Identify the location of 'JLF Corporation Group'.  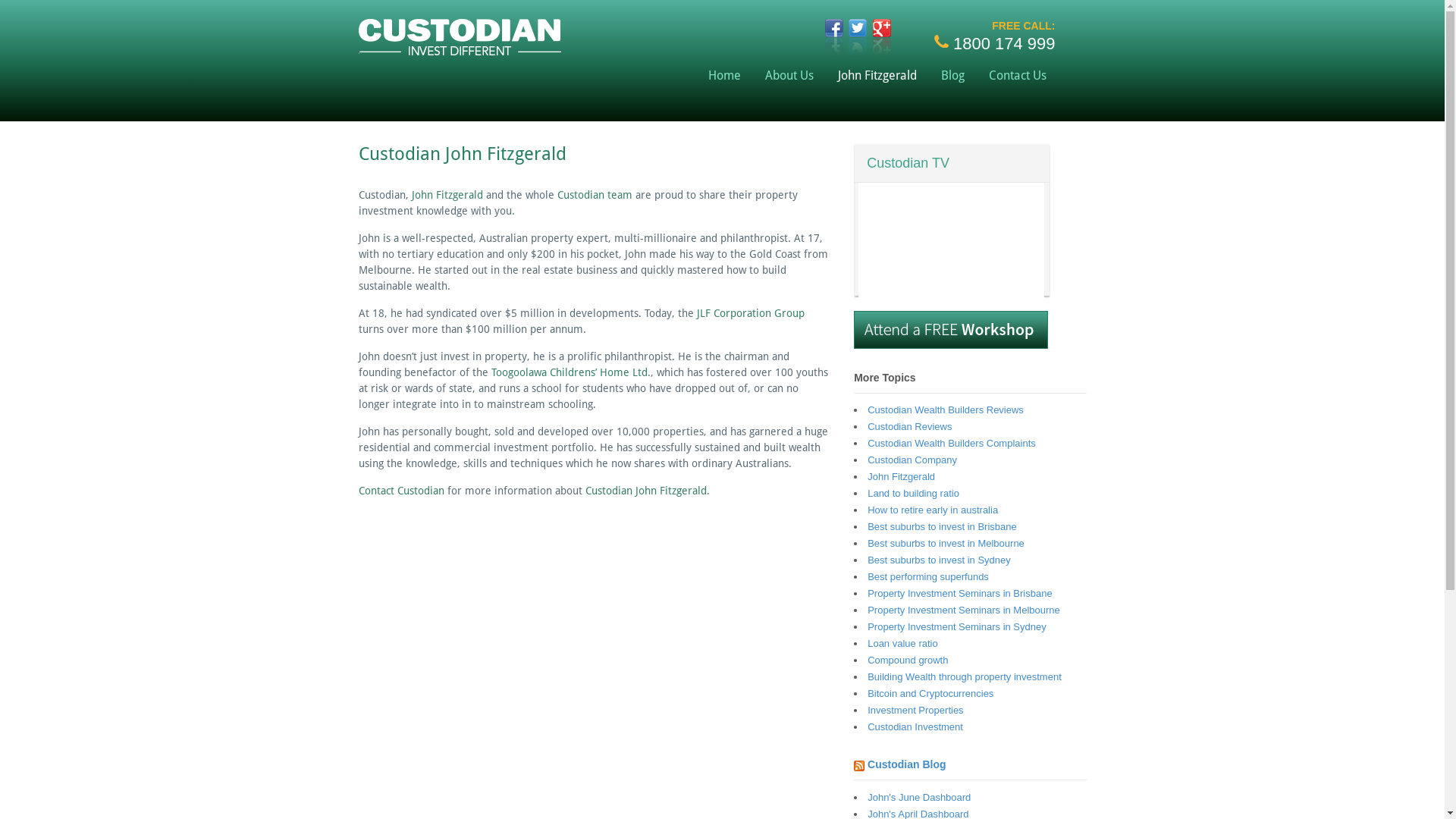
(749, 312).